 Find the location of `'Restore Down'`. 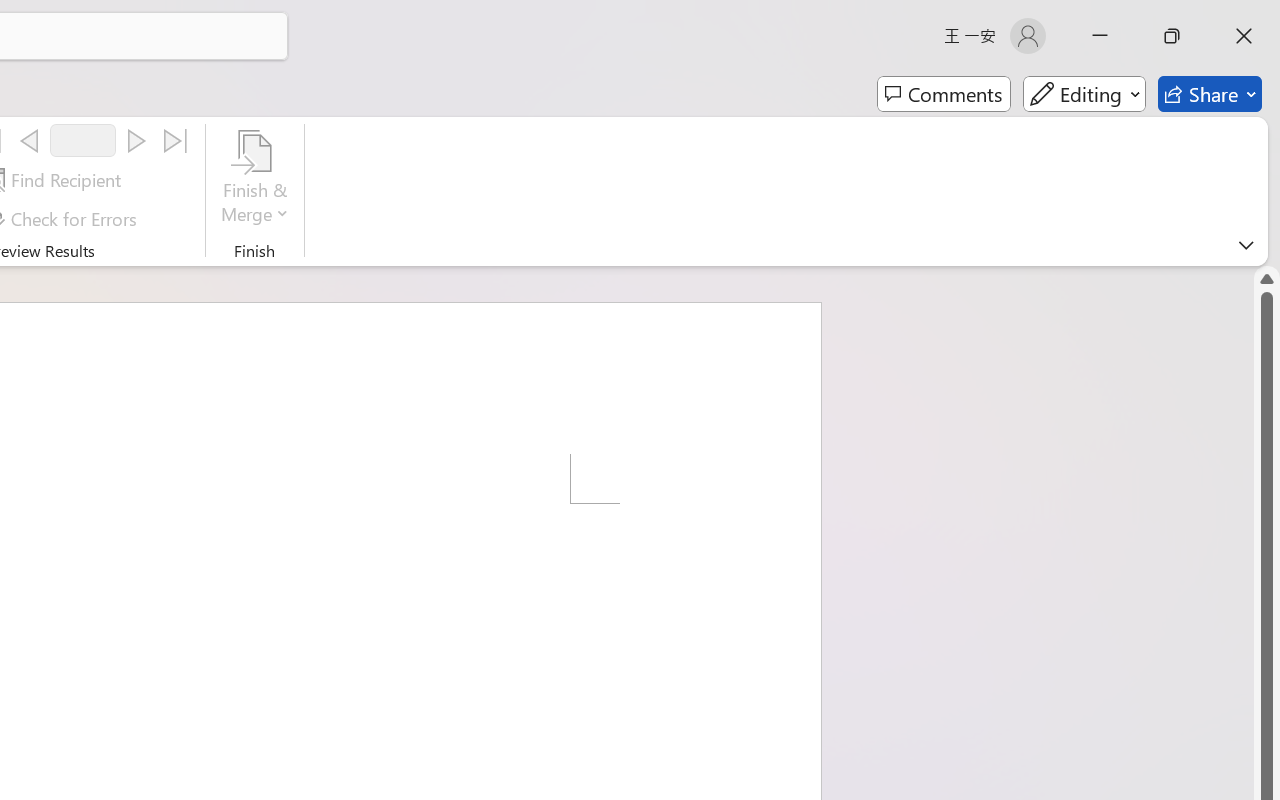

'Restore Down' is located at coordinates (1172, 35).